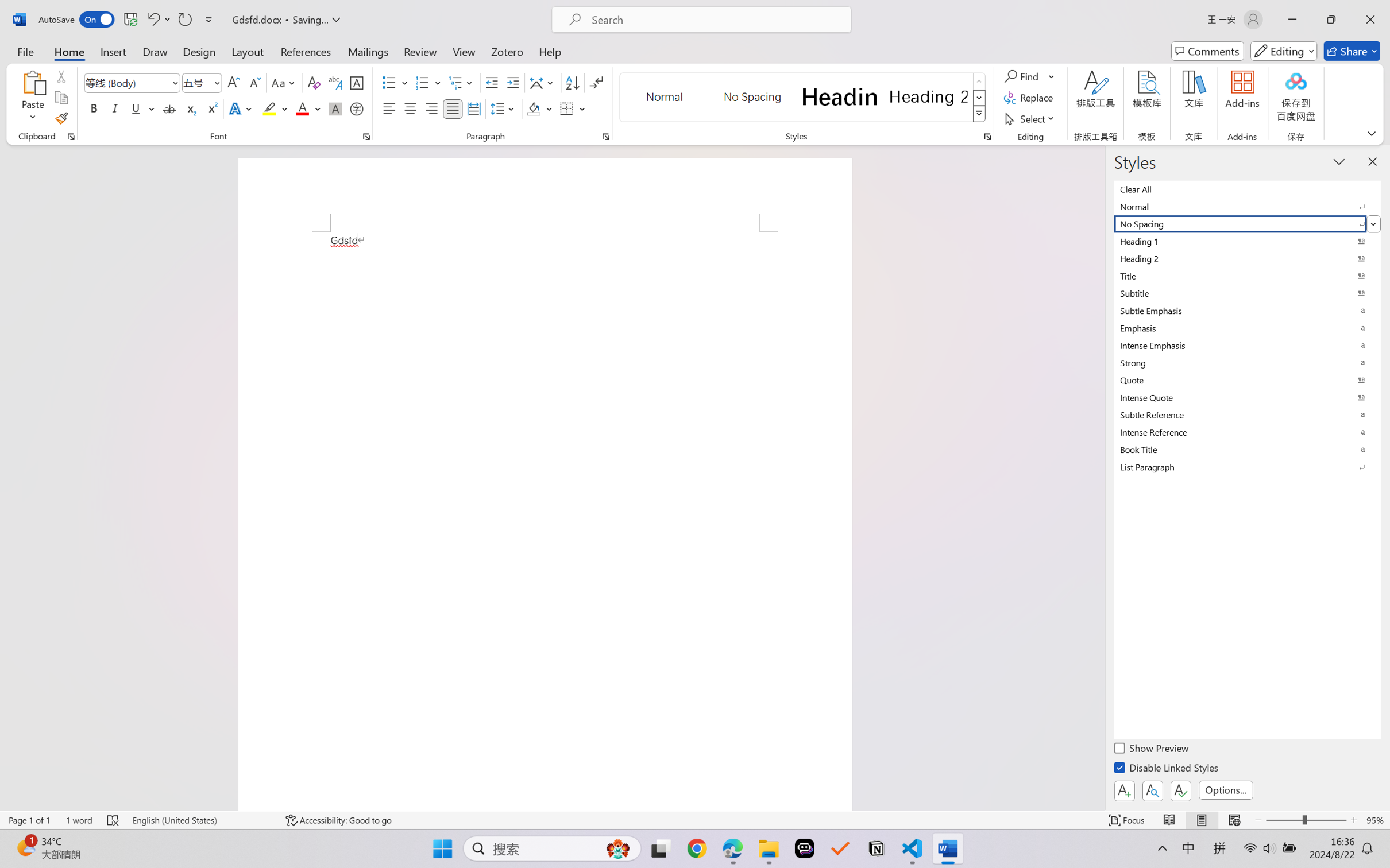 This screenshot has width=1390, height=868. What do you see at coordinates (169, 108) in the screenshot?
I see `'Strikethrough'` at bounding box center [169, 108].